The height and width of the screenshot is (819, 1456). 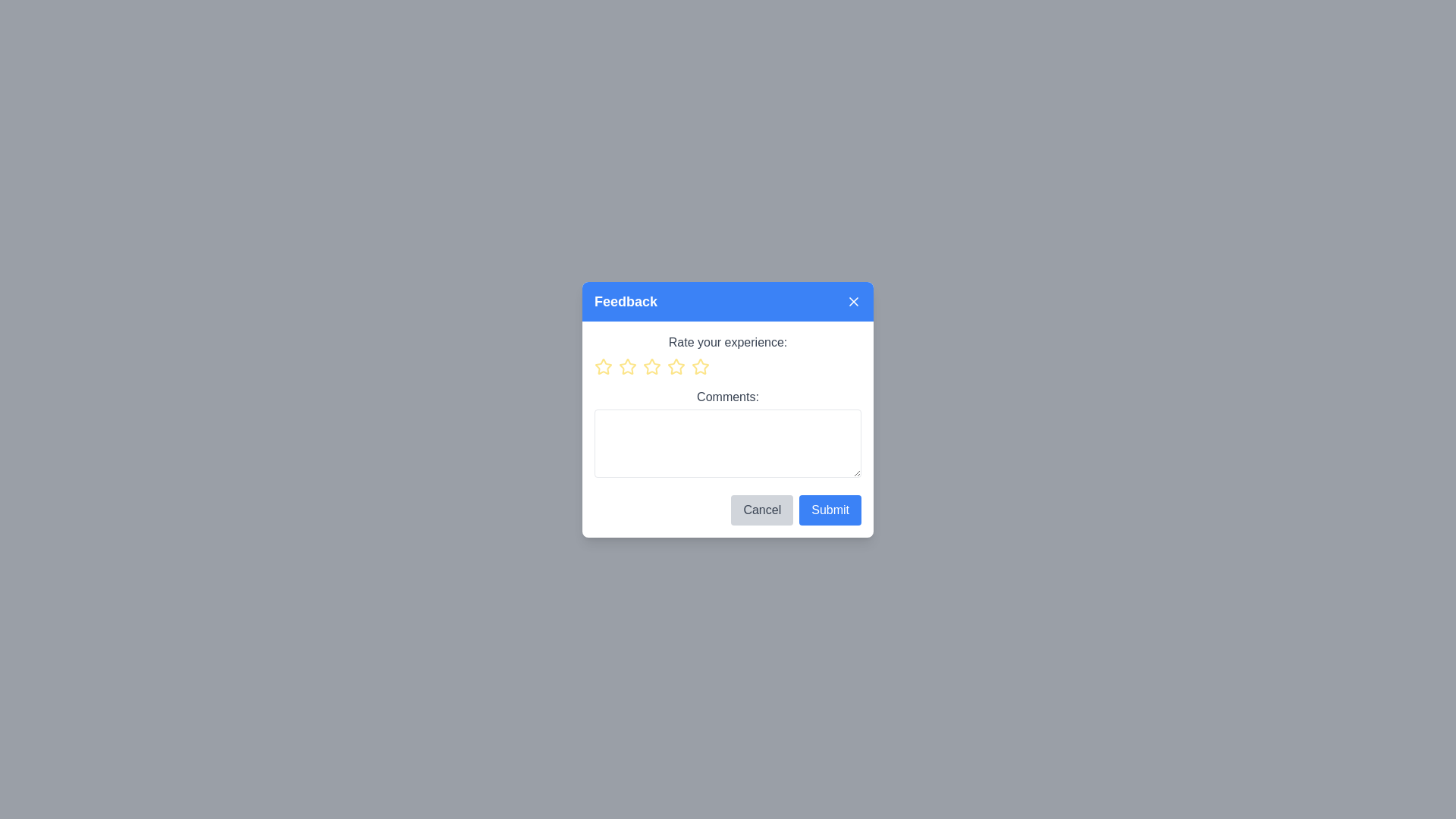 I want to click on the cancellation button located towards the bottom-right of the feedback modal, so click(x=762, y=510).